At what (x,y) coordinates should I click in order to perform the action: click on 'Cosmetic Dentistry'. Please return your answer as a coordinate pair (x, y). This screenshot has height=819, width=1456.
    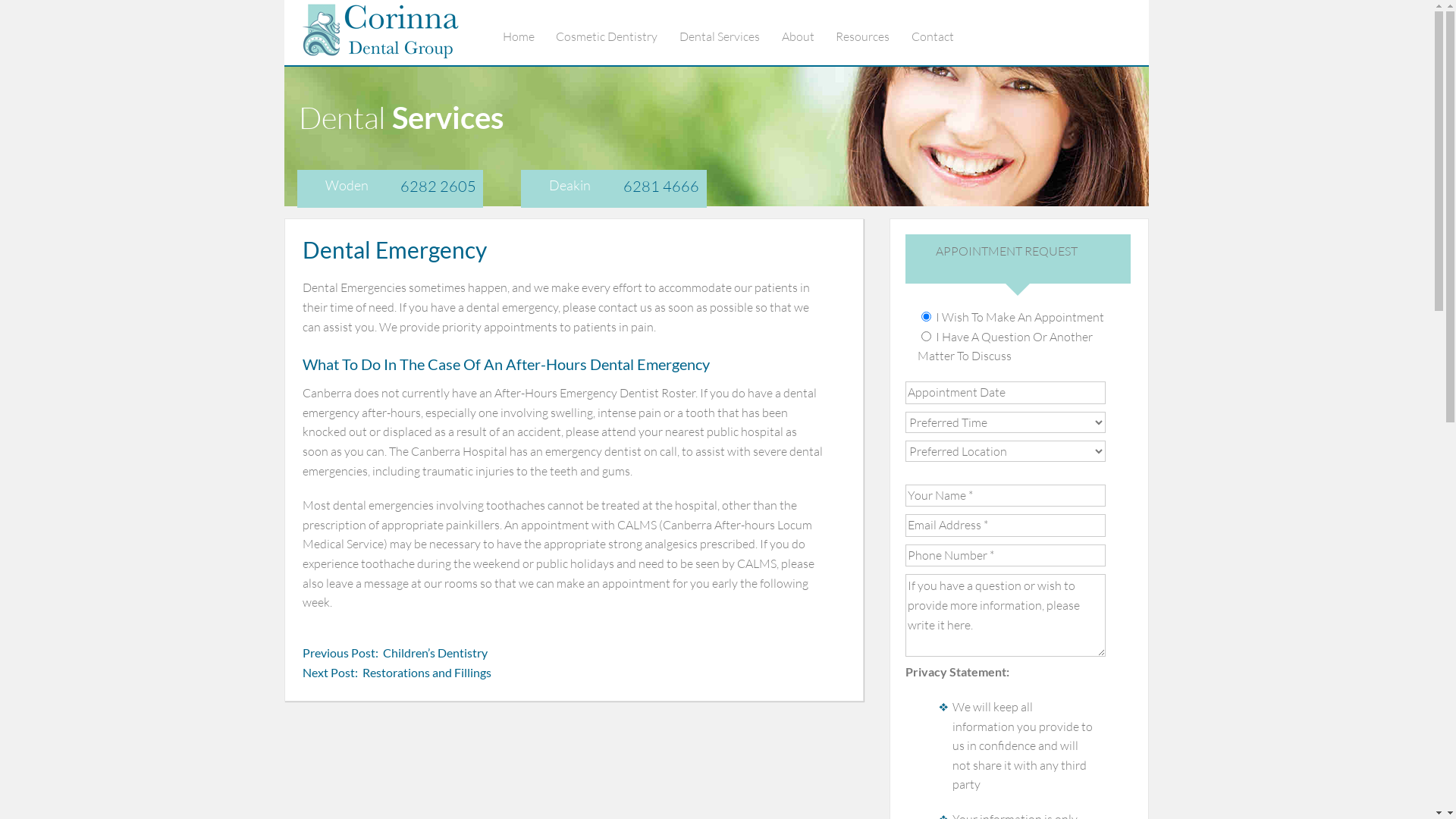
    Looking at the image, I should click on (555, 35).